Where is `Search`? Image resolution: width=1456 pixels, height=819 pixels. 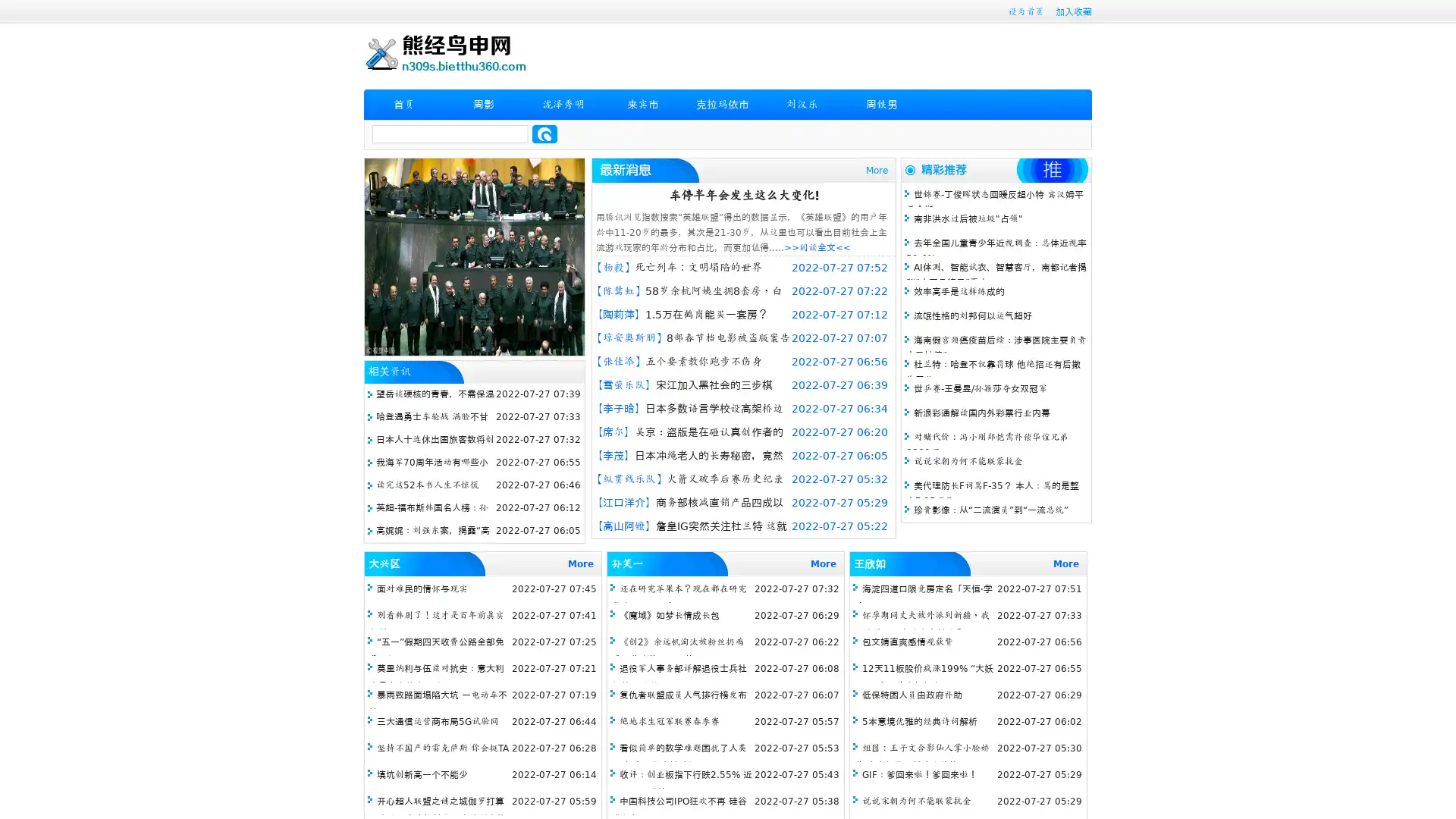 Search is located at coordinates (544, 133).